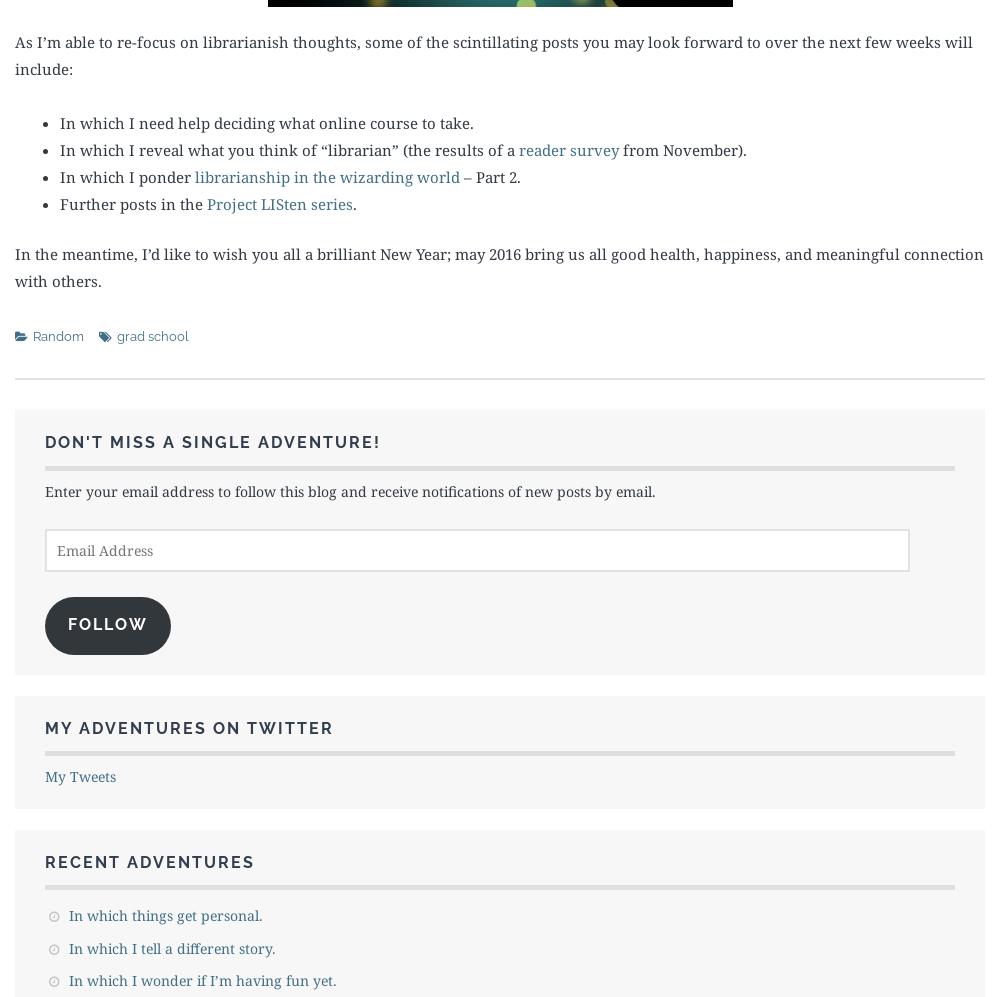 This screenshot has width=1000, height=997. Describe the element at coordinates (33, 334) in the screenshot. I see `'Random'` at that location.